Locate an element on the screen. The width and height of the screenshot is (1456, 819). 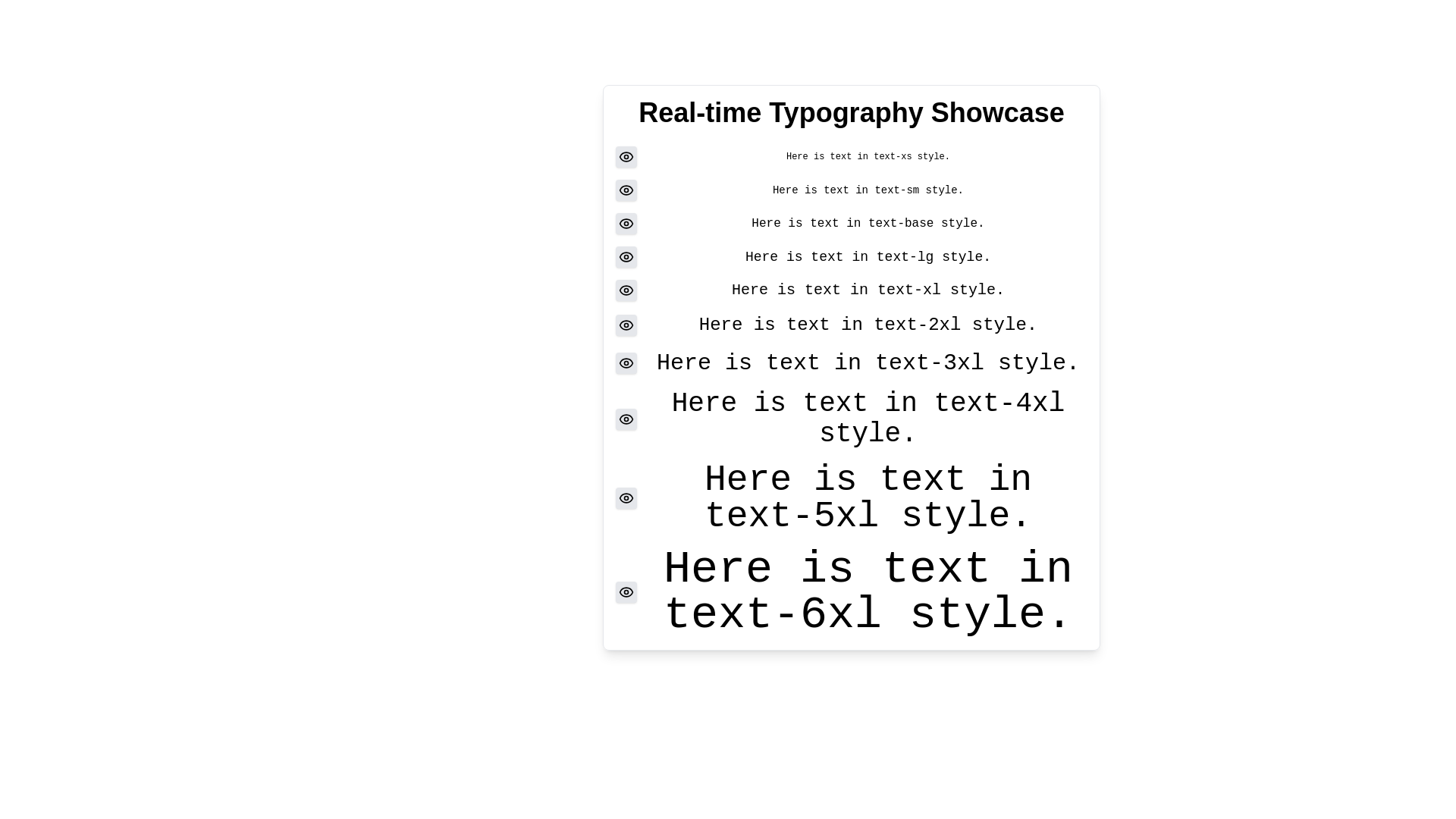
the eye icon button, which has a circular light gray background and is positioned to the left of the text 'Here is text in text-xl style.' is located at coordinates (626, 290).